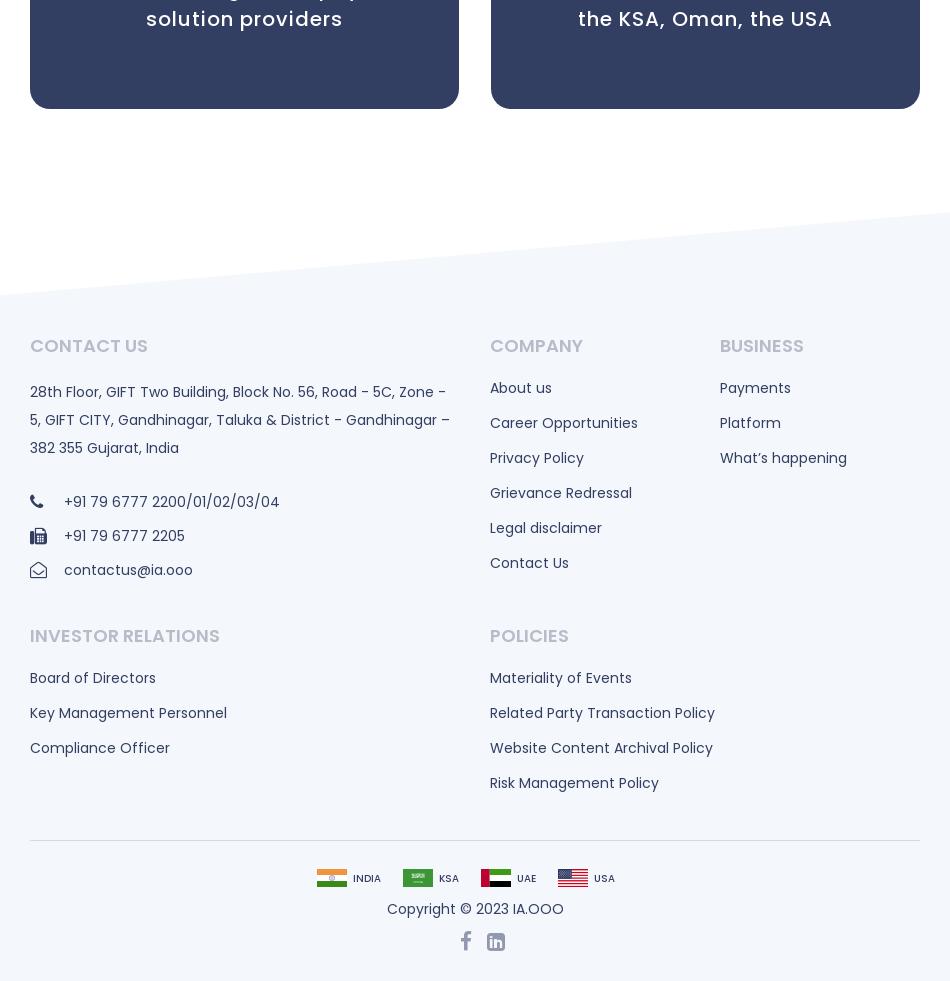 The width and height of the screenshot is (950, 981). I want to click on 'BUSINESS', so click(760, 344).